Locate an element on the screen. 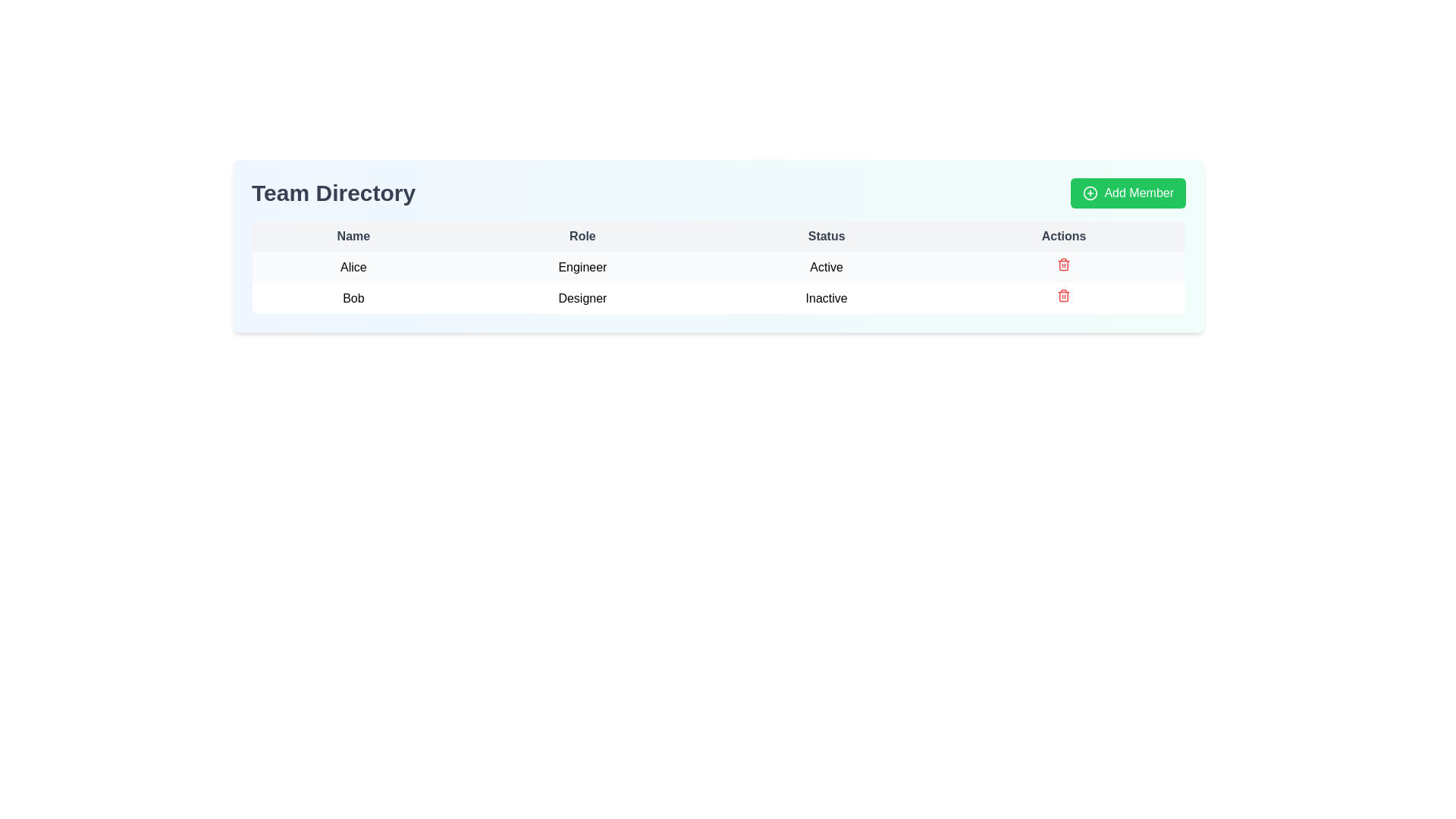 The image size is (1456, 819). the trash bin icon button located in the last cell of the first row under the 'Actions' column, corresponding to the row for 'Alice' and 'Engineer' is located at coordinates (1063, 266).